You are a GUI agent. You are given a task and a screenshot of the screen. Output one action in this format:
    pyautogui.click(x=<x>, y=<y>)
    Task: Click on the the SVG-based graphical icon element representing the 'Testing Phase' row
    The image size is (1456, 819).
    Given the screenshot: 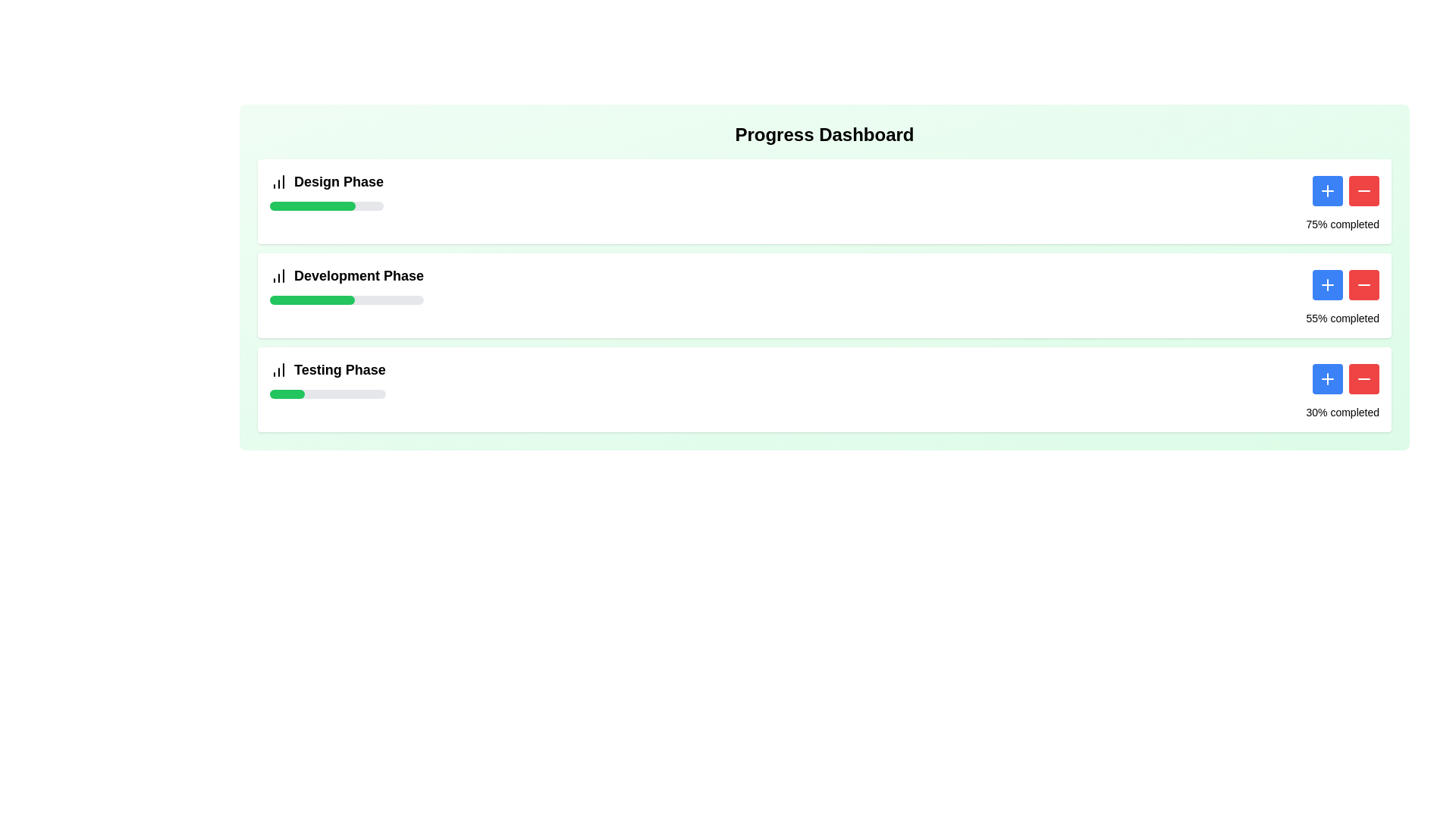 What is the action you would take?
    pyautogui.click(x=279, y=370)
    